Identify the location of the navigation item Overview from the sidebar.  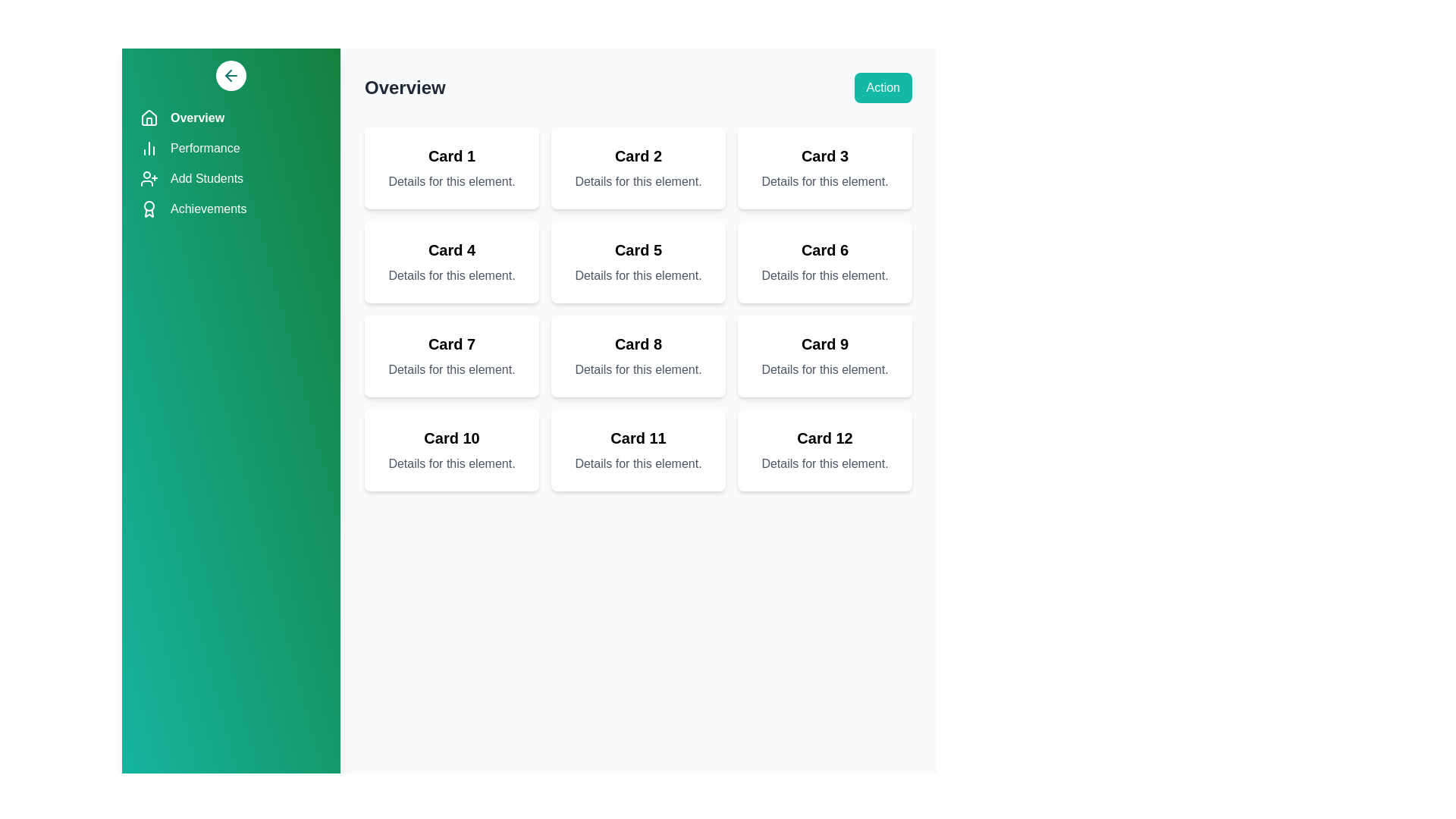
(231, 117).